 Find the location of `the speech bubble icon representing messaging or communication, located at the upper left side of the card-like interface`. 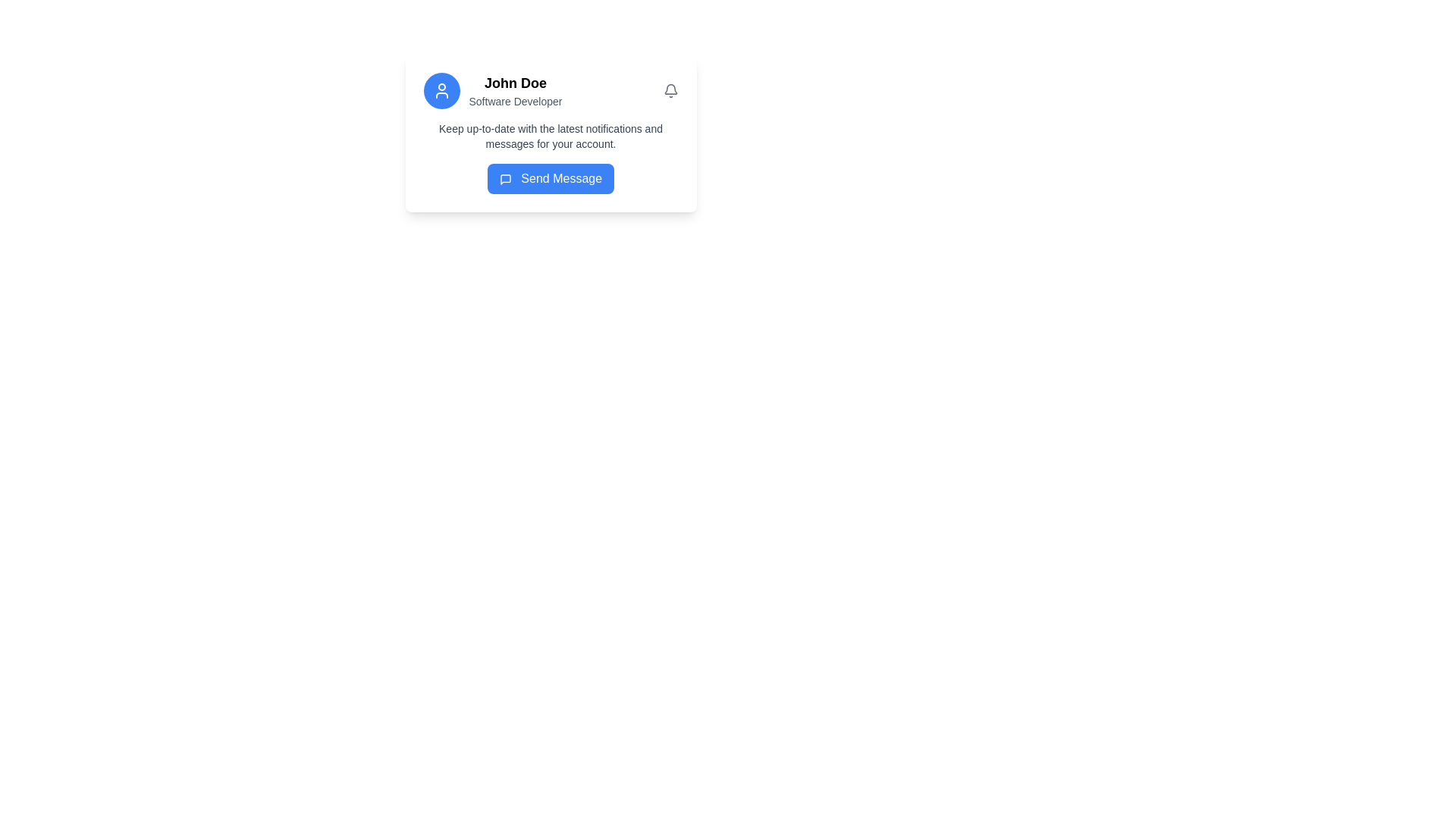

the speech bubble icon representing messaging or communication, located at the upper left side of the card-like interface is located at coordinates (505, 178).